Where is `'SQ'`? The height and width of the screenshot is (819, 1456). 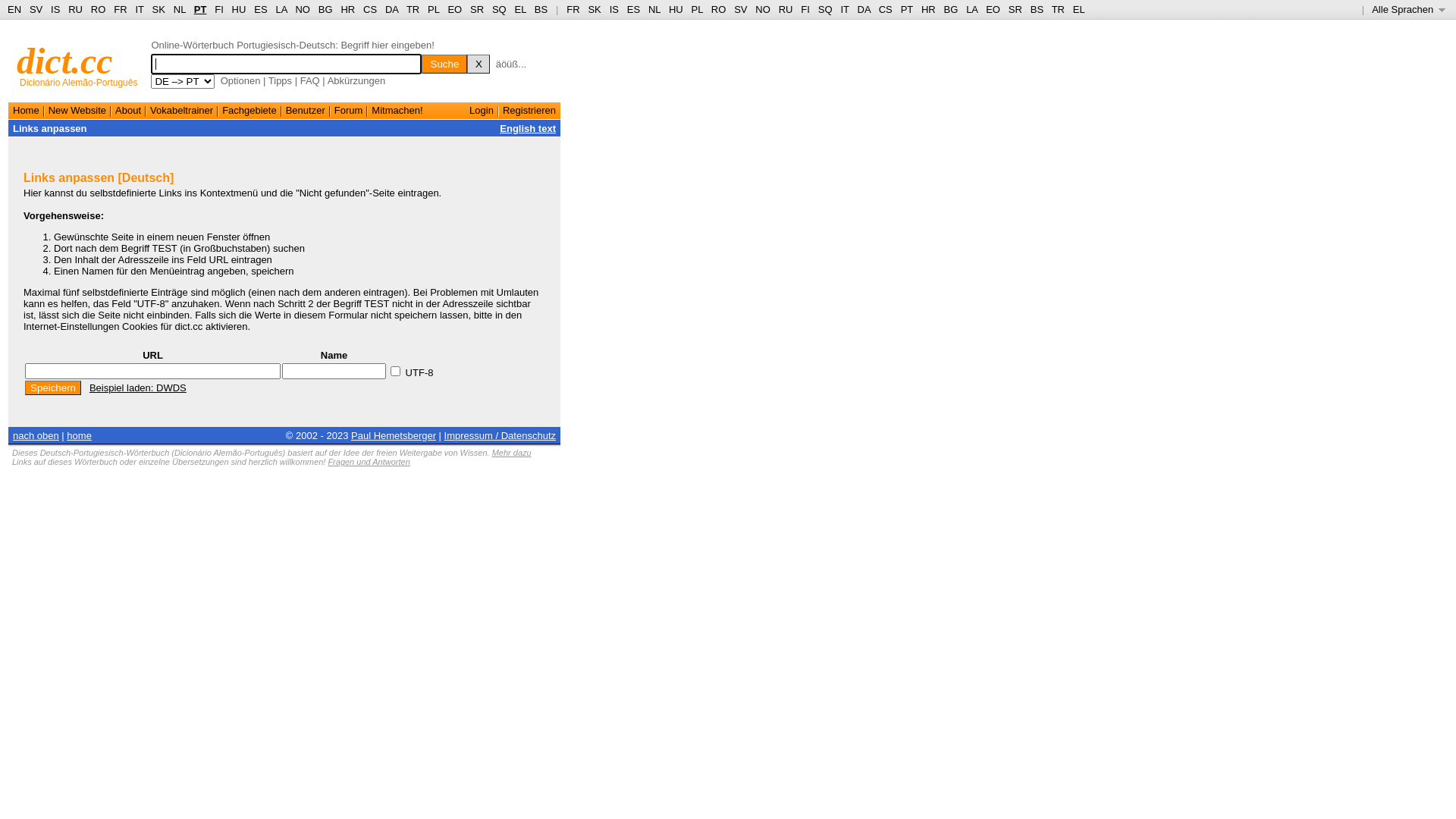 'SQ' is located at coordinates (499, 9).